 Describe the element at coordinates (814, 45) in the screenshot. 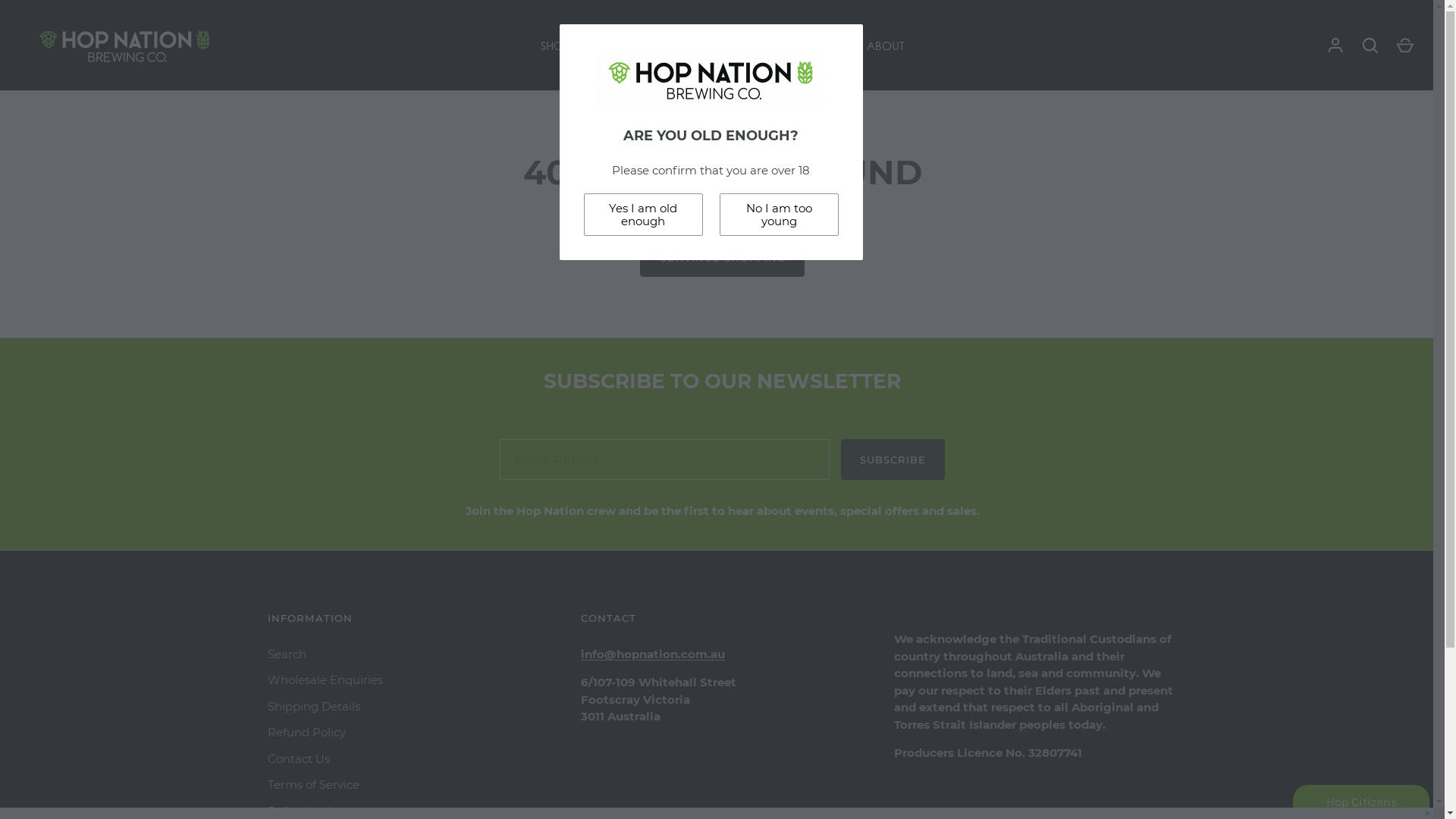

I see `'HOP CITIZENS'` at that location.